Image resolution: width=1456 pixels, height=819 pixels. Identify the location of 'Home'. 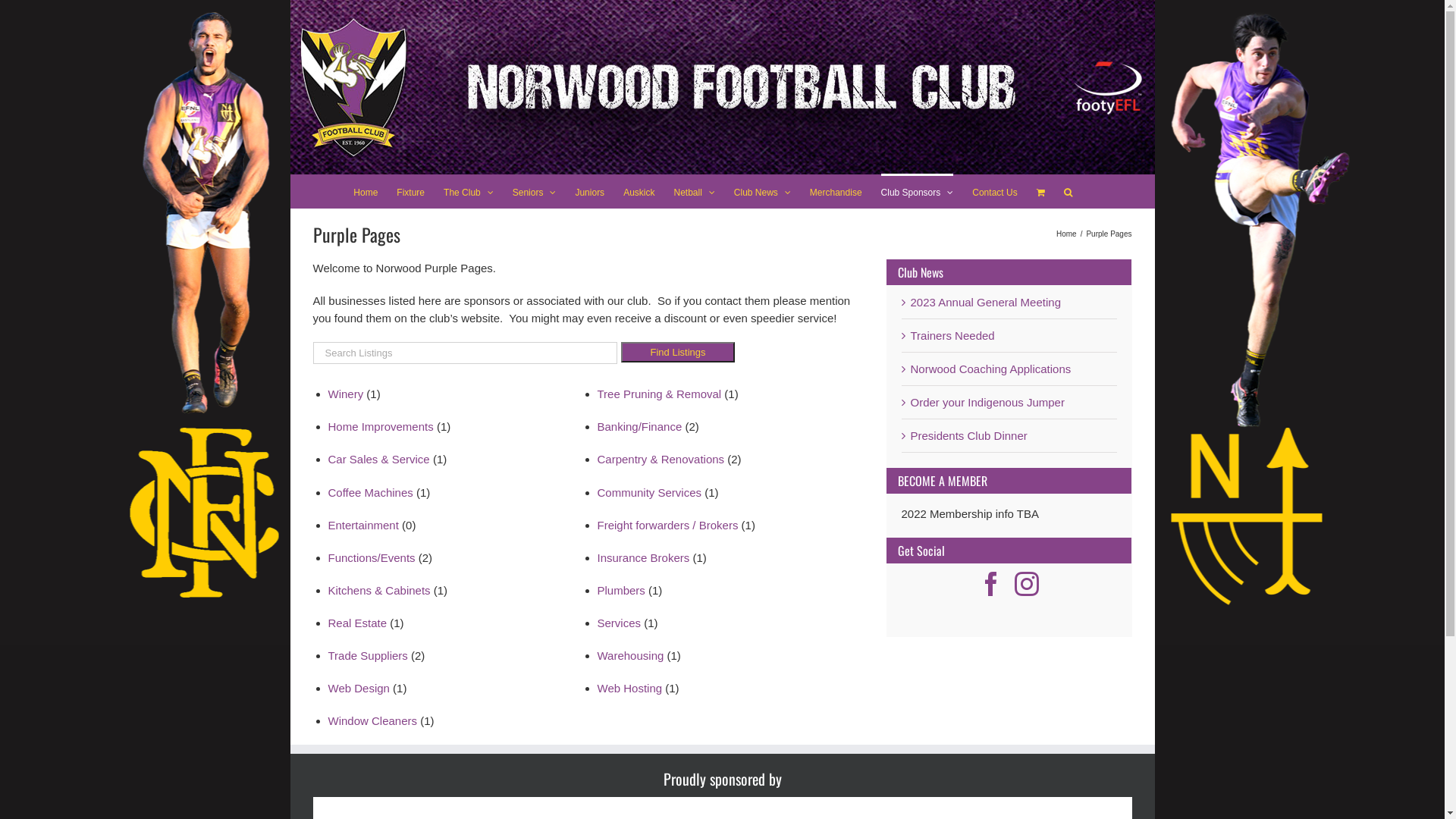
(352, 190).